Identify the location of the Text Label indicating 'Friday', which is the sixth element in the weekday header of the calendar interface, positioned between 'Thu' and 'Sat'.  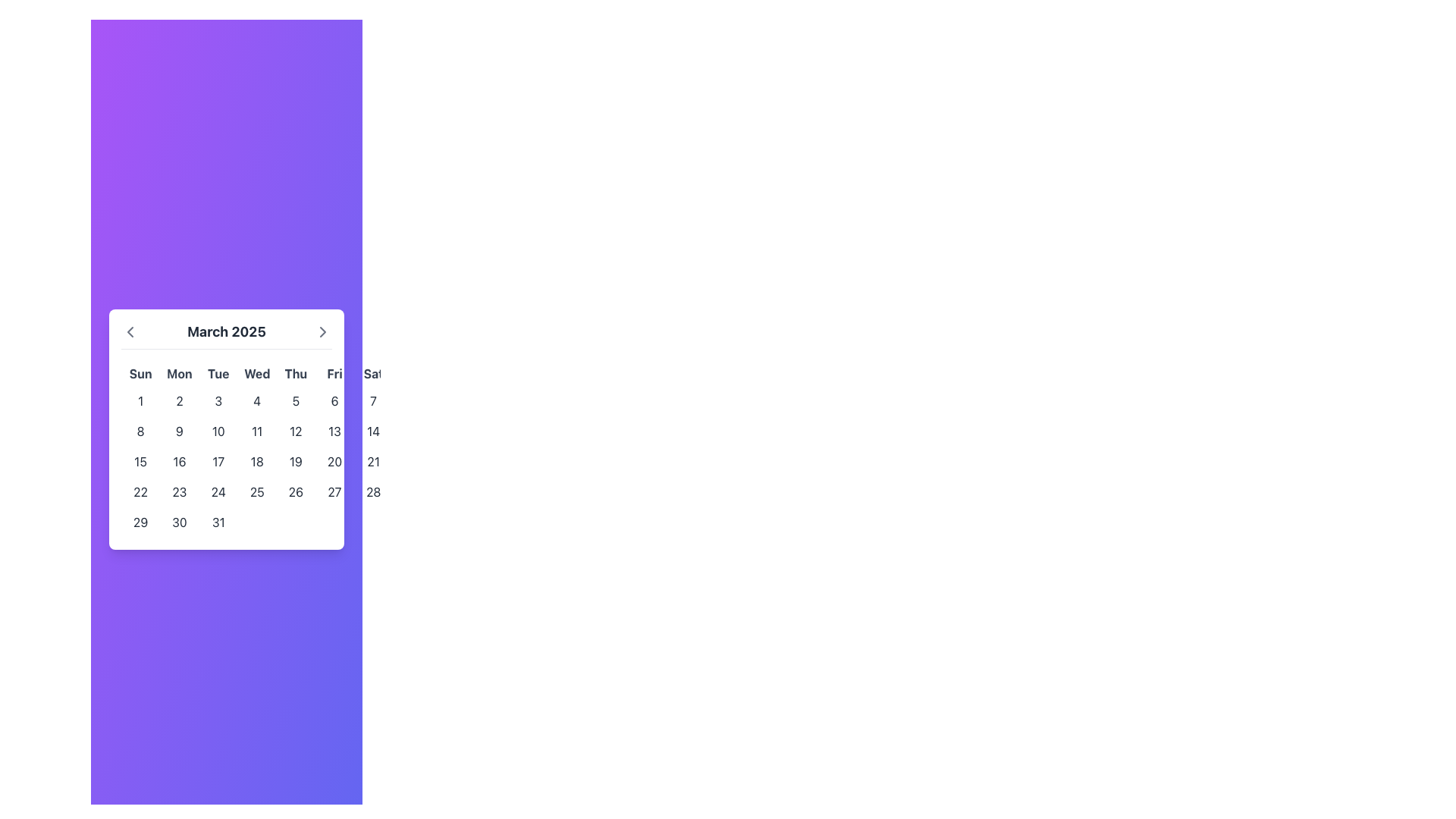
(334, 373).